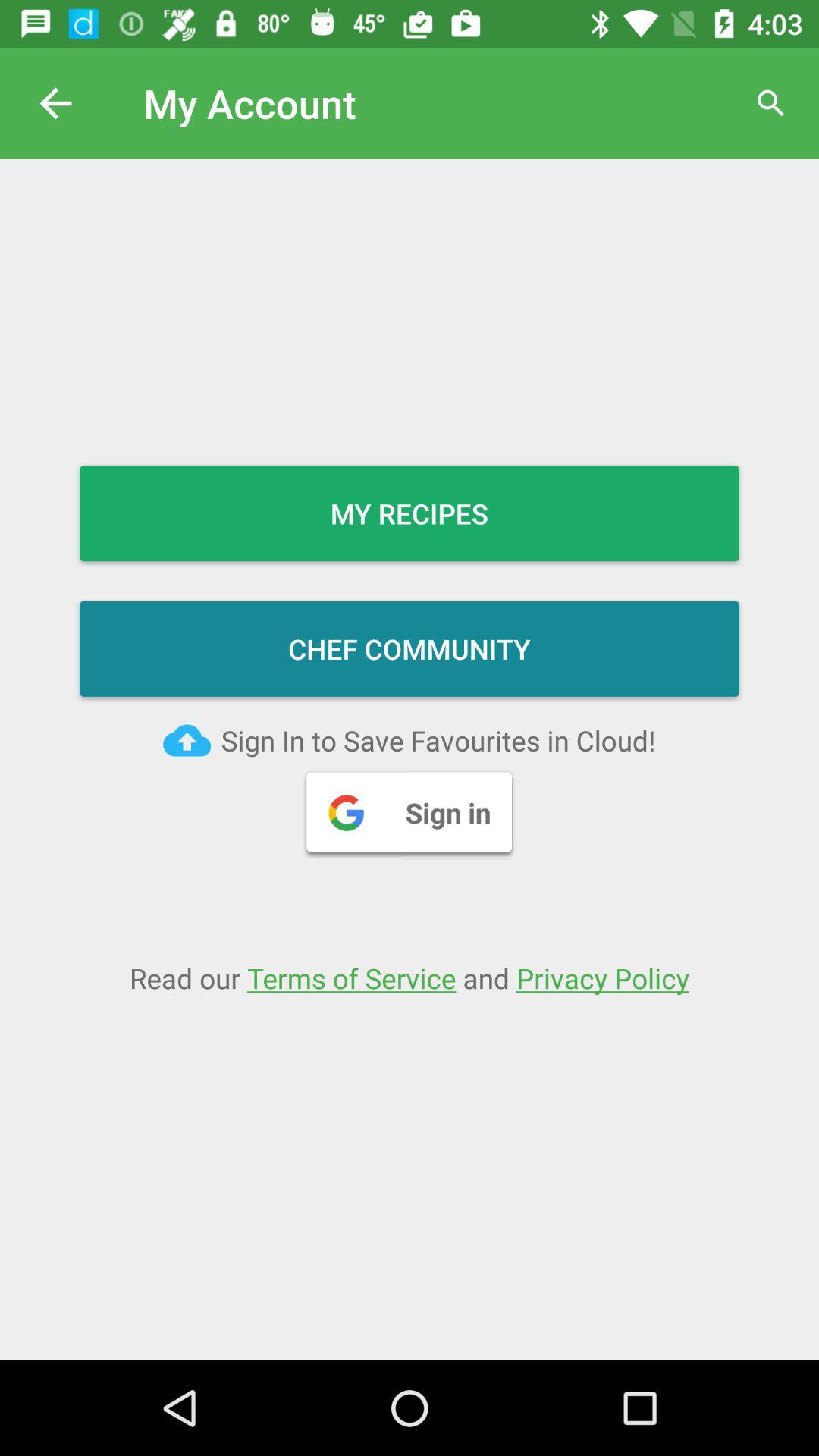  Describe the element at coordinates (409, 811) in the screenshot. I see `the sign in button on the web page` at that location.